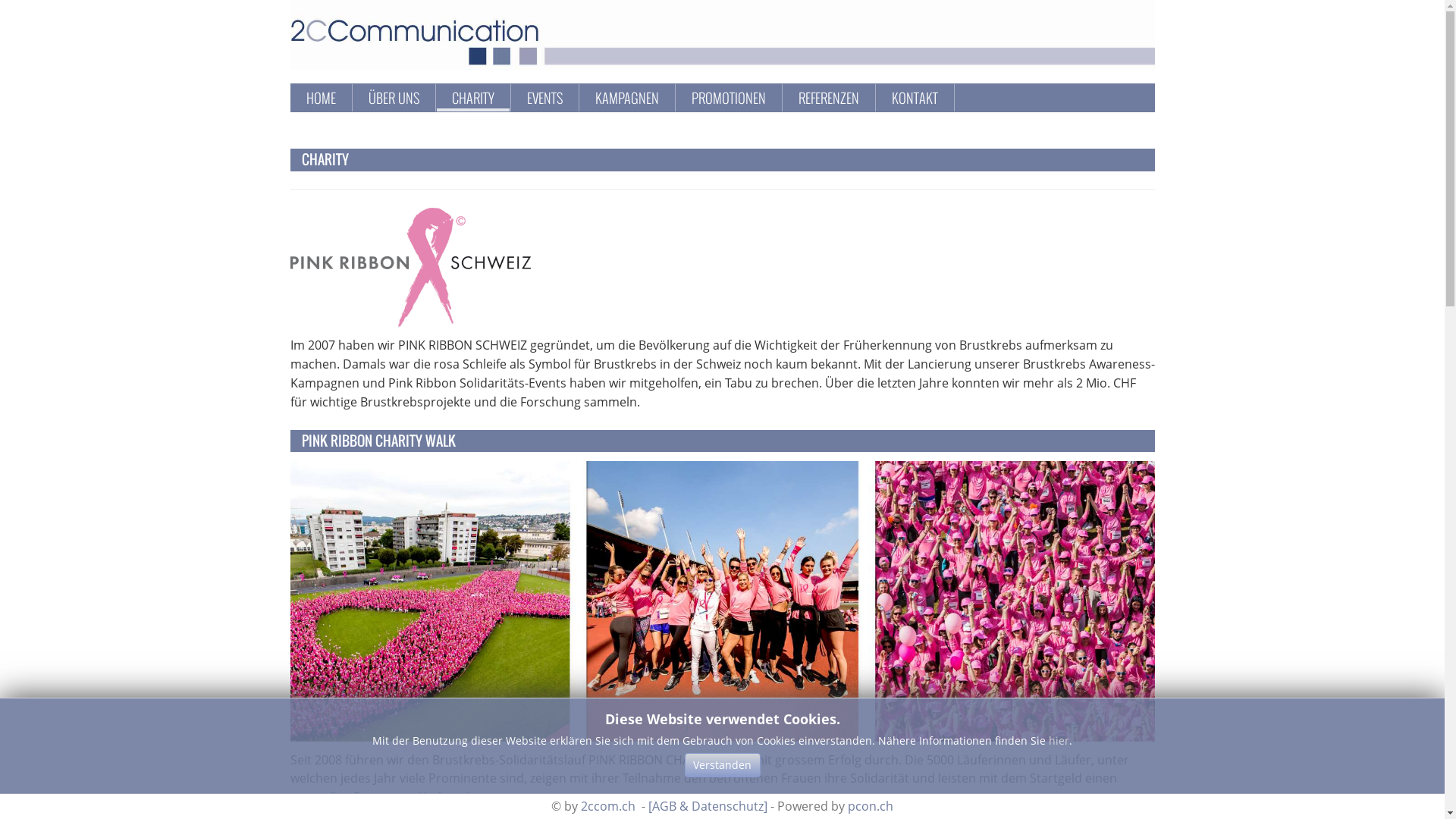 The width and height of the screenshot is (1456, 819). I want to click on 'hier', so click(1058, 739).